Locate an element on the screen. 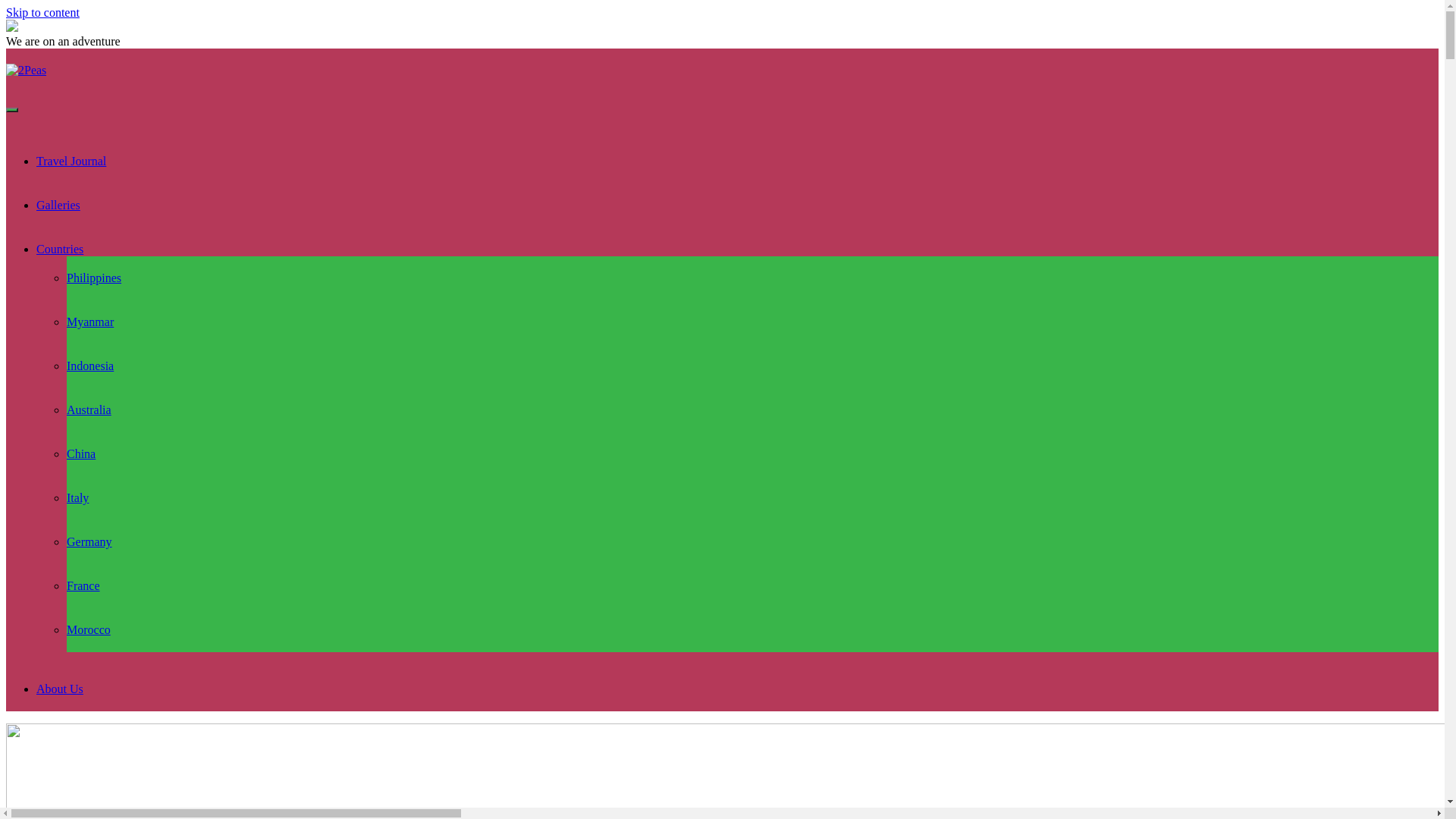 This screenshot has width=1456, height=819. 'Galleries' is located at coordinates (58, 205).